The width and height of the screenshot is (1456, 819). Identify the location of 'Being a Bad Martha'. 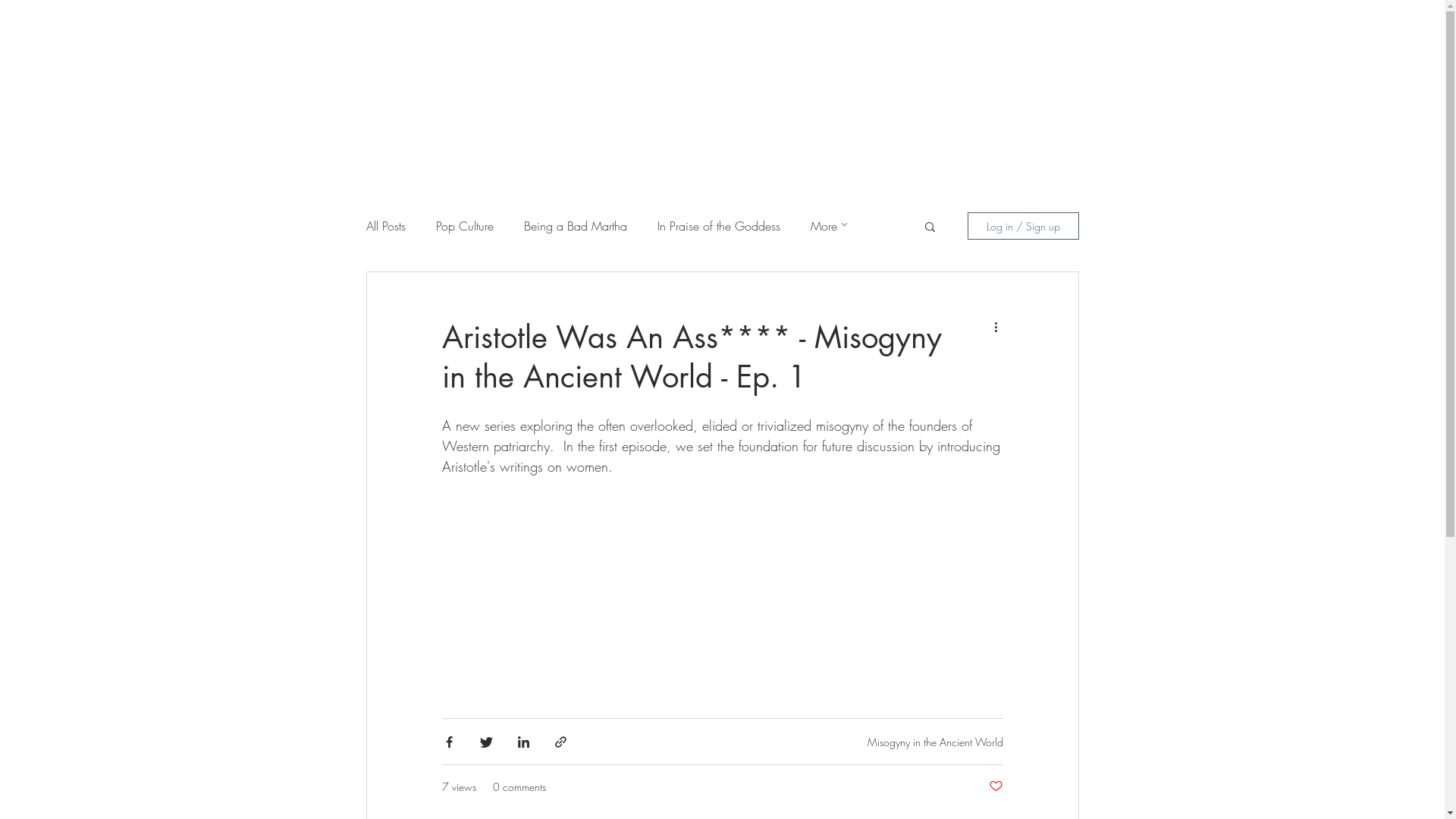
(574, 225).